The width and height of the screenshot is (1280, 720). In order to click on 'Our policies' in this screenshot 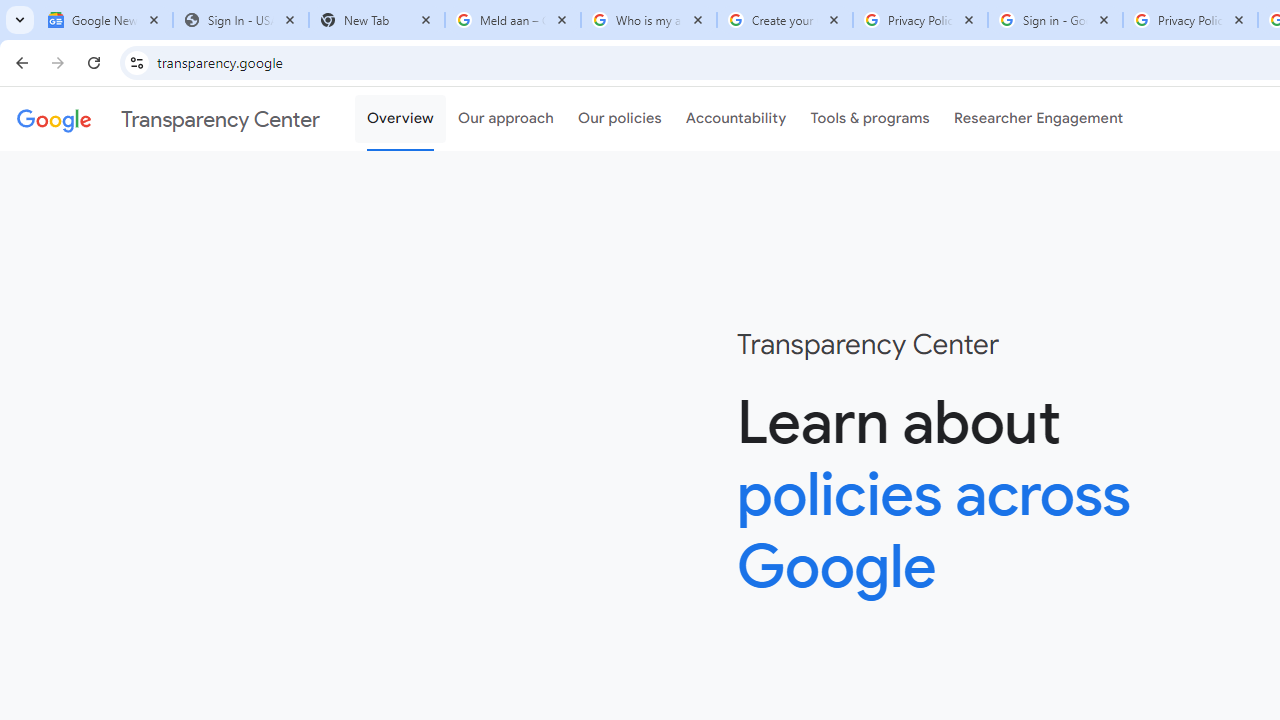, I will do `click(619, 119)`.